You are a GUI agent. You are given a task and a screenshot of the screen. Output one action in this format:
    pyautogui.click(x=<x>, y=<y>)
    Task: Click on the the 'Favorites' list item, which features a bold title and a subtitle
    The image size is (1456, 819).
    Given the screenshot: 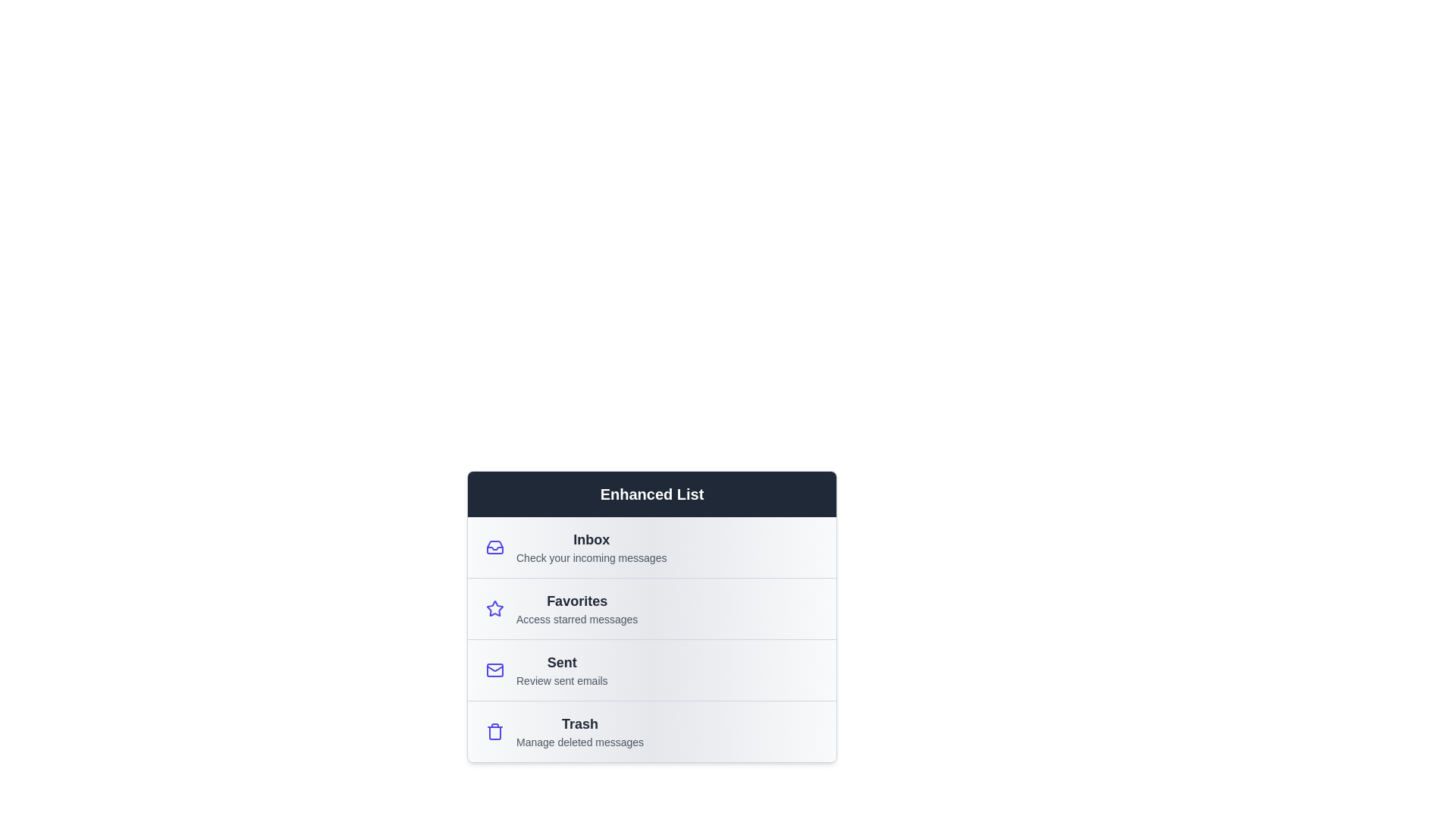 What is the action you would take?
    pyautogui.click(x=576, y=607)
    